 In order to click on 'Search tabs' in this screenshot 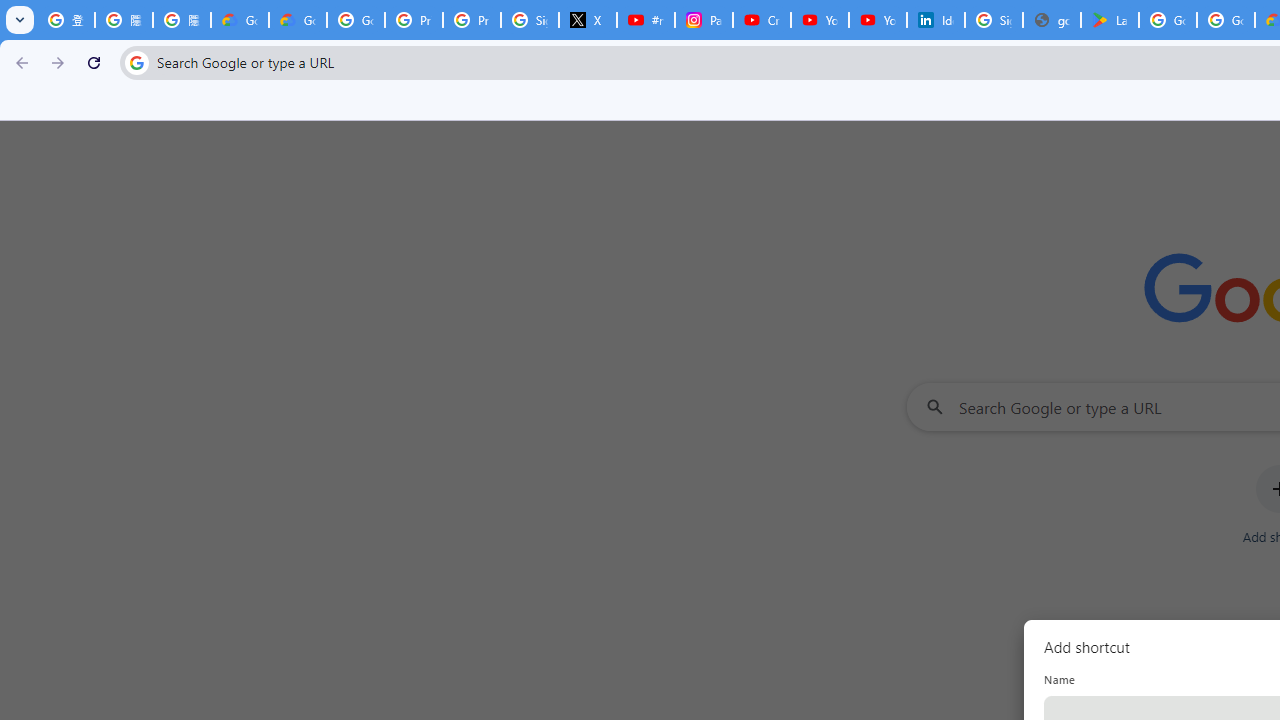, I will do `click(20, 20)`.